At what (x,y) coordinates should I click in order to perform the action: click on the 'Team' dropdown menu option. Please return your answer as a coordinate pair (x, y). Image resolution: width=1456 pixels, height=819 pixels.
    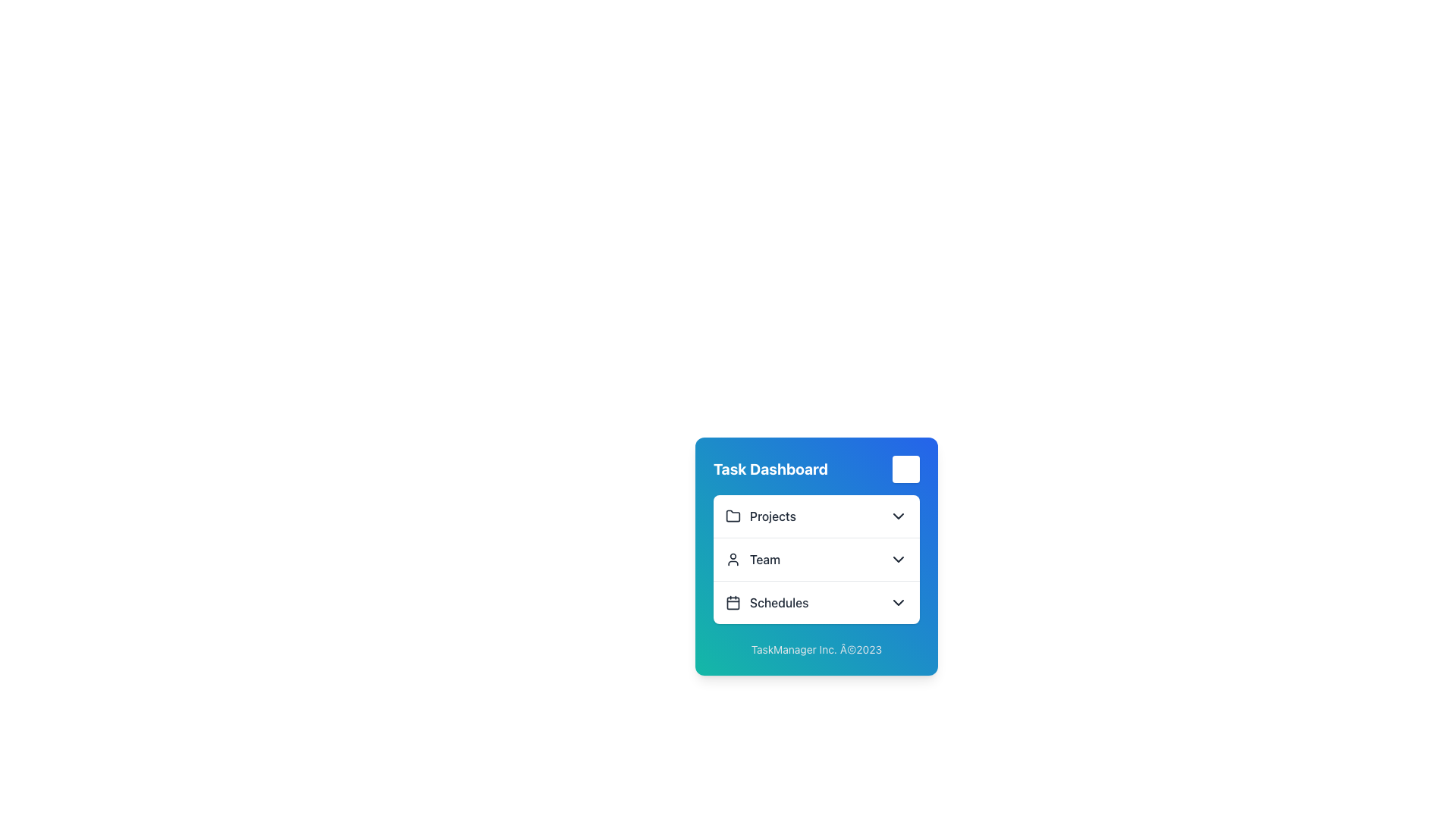
    Looking at the image, I should click on (815, 559).